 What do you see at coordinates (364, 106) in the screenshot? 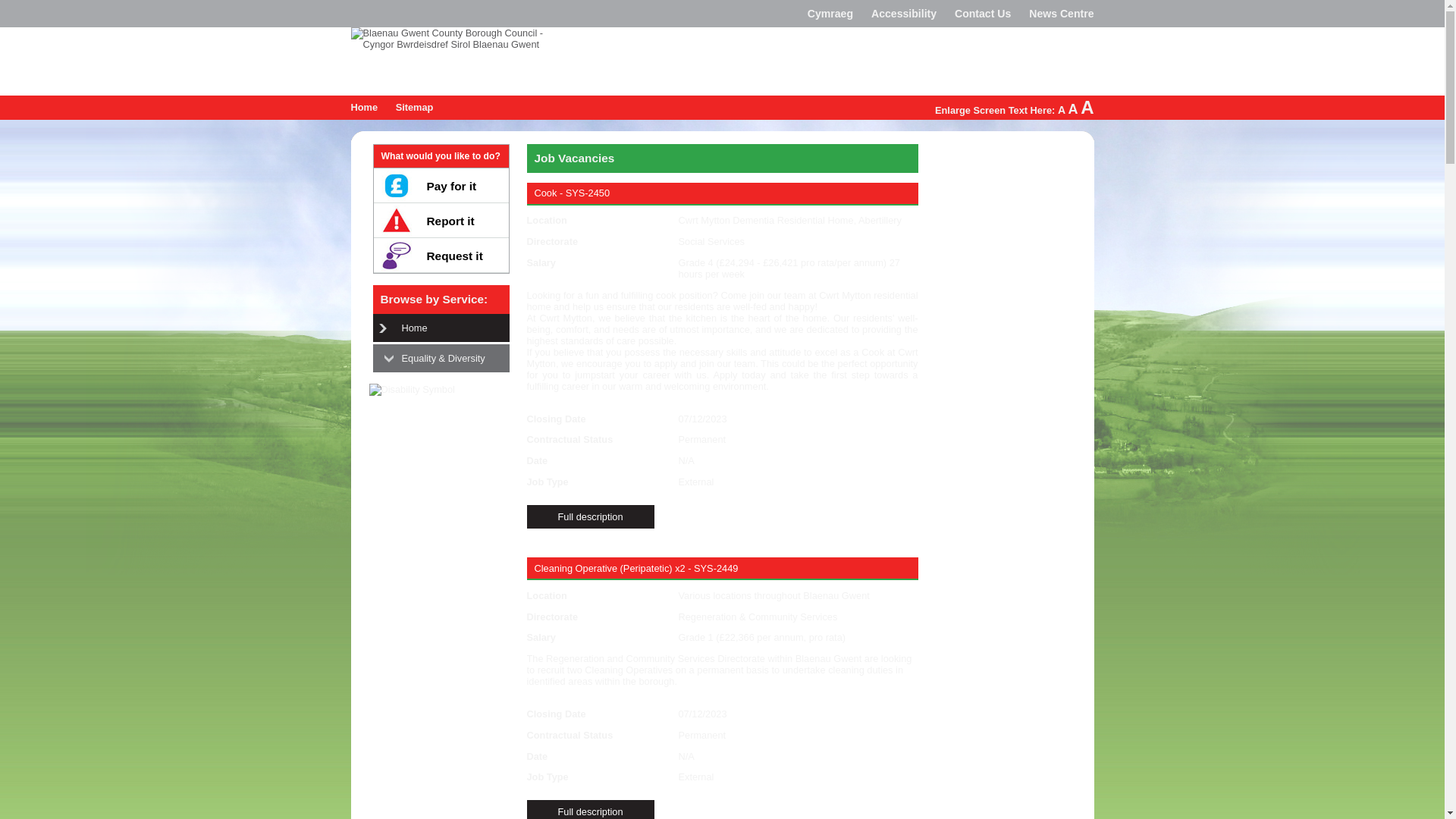
I see `'Home'` at bounding box center [364, 106].